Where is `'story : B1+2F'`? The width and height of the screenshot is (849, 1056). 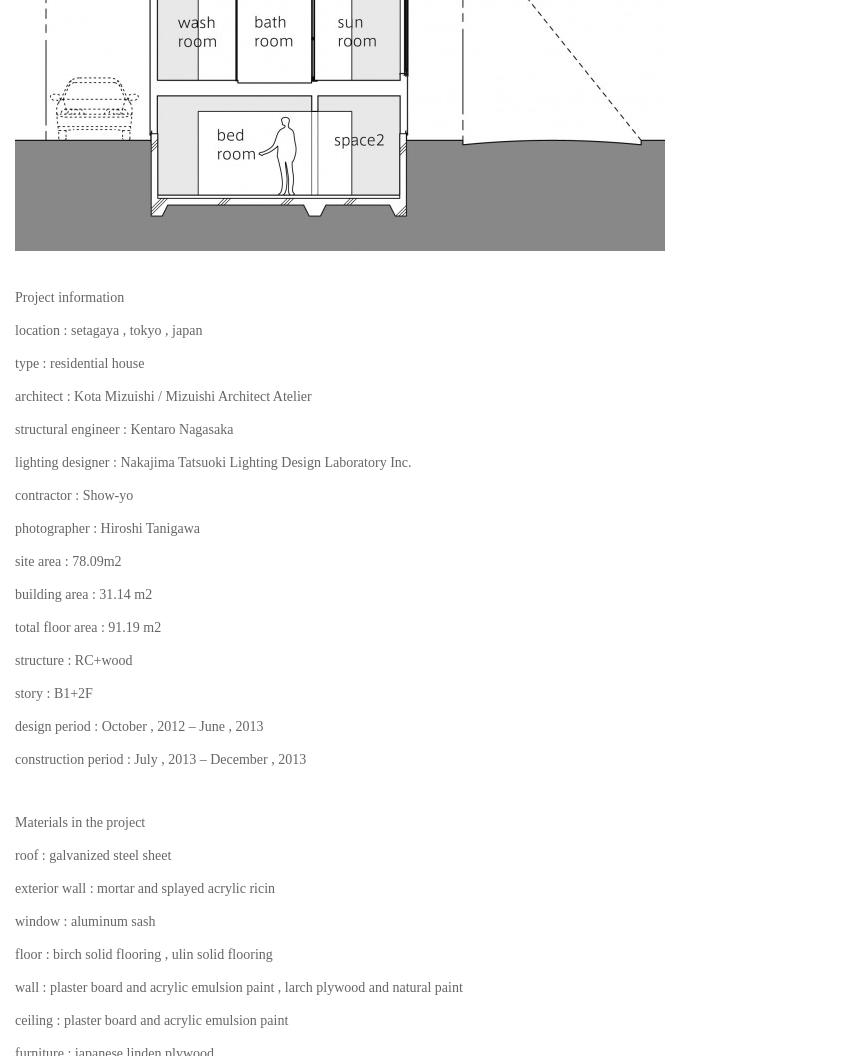
'story : B1+2F' is located at coordinates (53, 692).